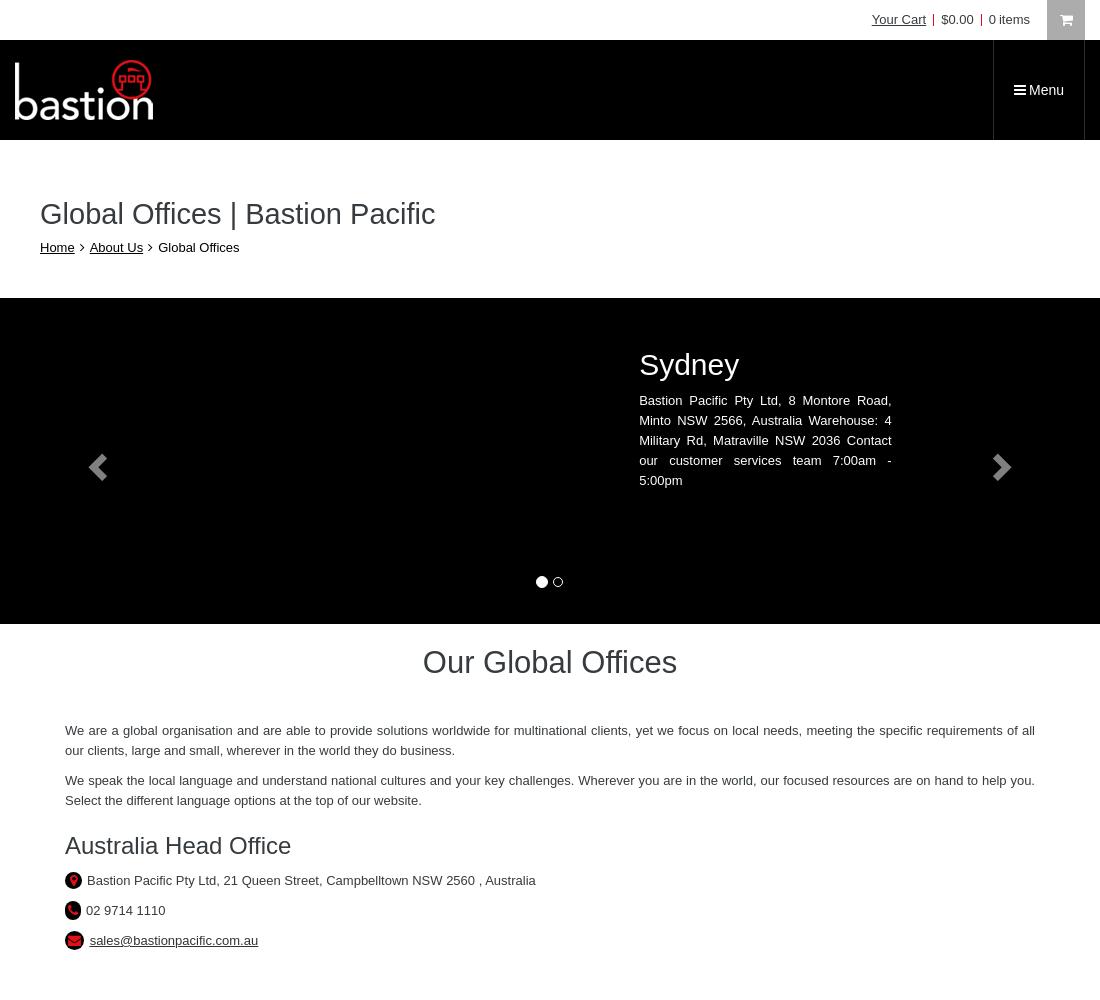 The height and width of the screenshot is (1000, 1100). What do you see at coordinates (550, 739) in the screenshot?
I see `'We are a global organisation and are able to provide solutions worldwide for multinational clients, yet we focus on local needs, meeting the specific requirements of all our clients, large and small, wherever in the world they do business.'` at bounding box center [550, 739].